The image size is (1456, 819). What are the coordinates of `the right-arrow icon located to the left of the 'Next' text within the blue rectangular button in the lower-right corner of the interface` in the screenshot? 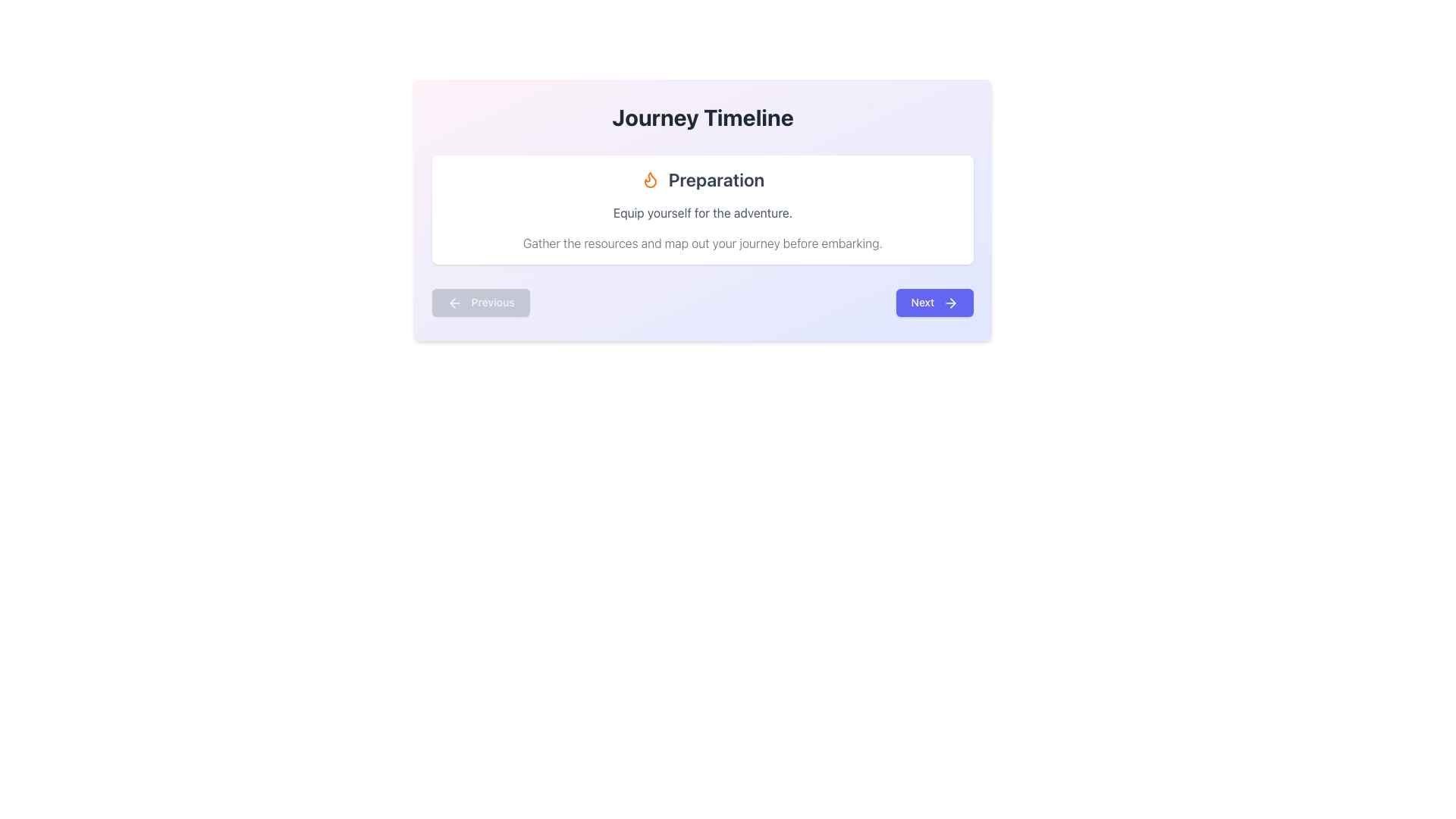 It's located at (949, 303).